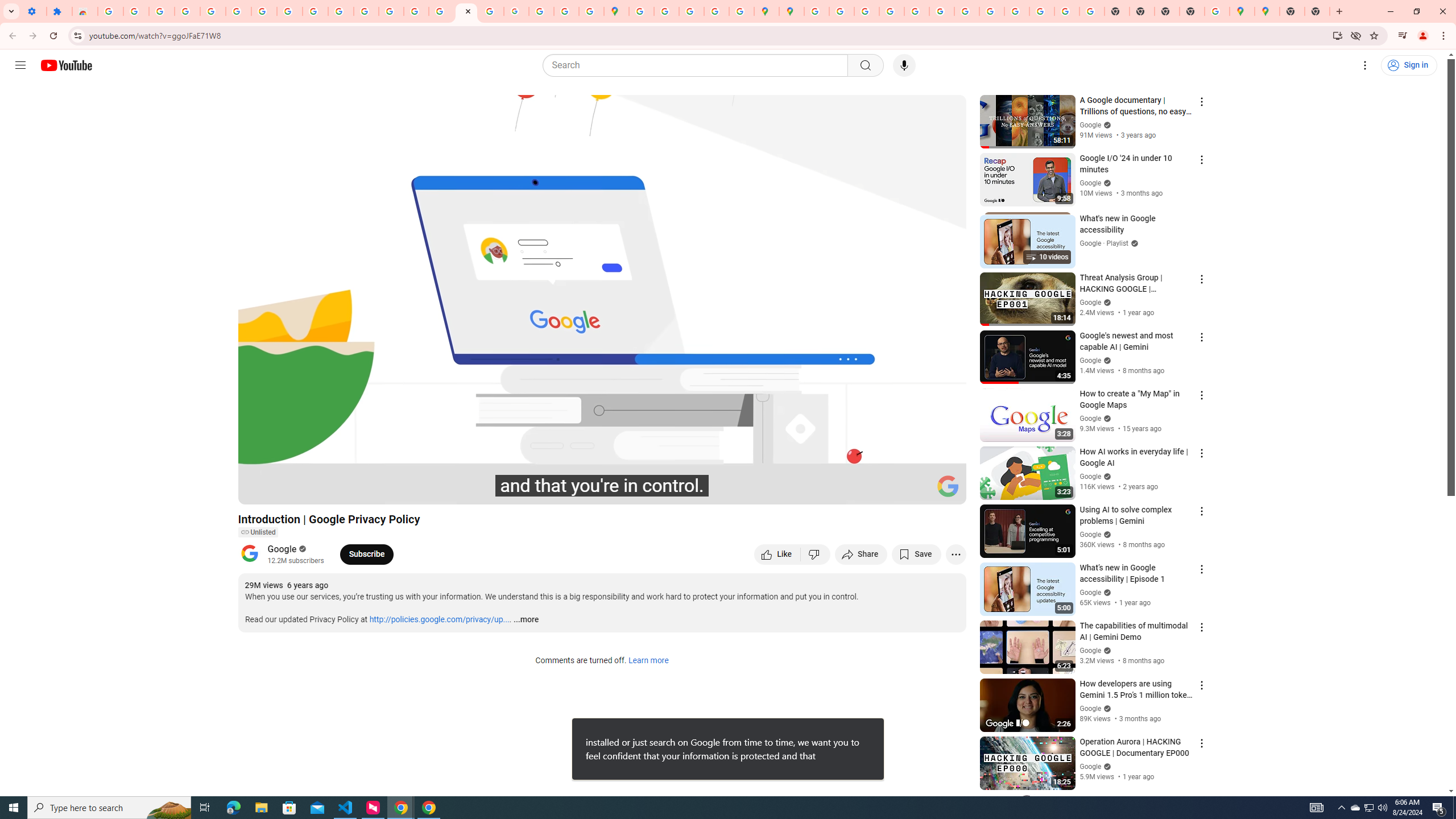 This screenshot has width=1456, height=819. I want to click on 'Theater mode (t)', so click(918, 490).